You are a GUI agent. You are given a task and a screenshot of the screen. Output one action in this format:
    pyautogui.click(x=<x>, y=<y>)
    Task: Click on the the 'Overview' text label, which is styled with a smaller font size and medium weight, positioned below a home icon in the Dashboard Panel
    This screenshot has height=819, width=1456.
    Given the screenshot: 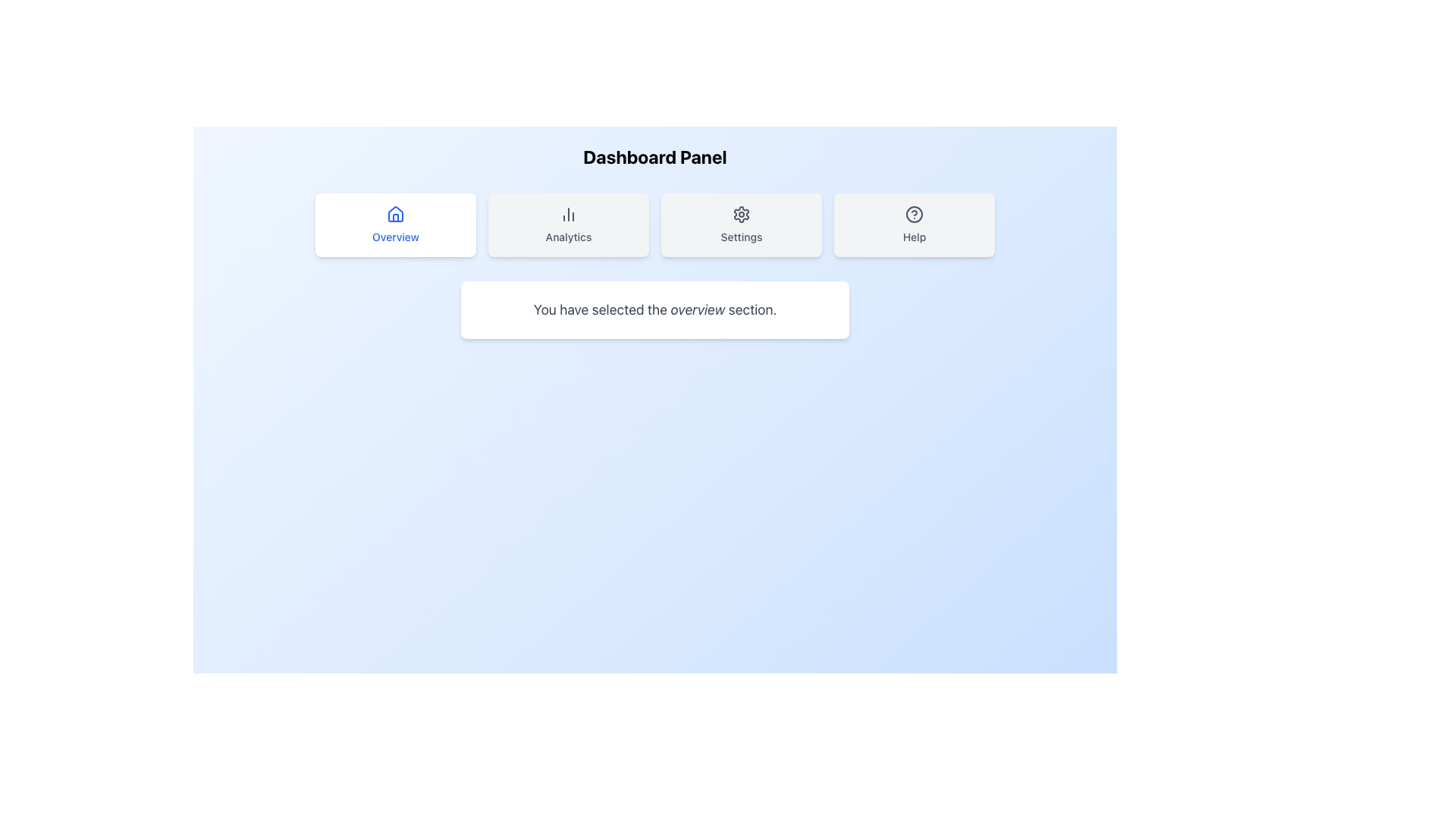 What is the action you would take?
    pyautogui.click(x=396, y=237)
    